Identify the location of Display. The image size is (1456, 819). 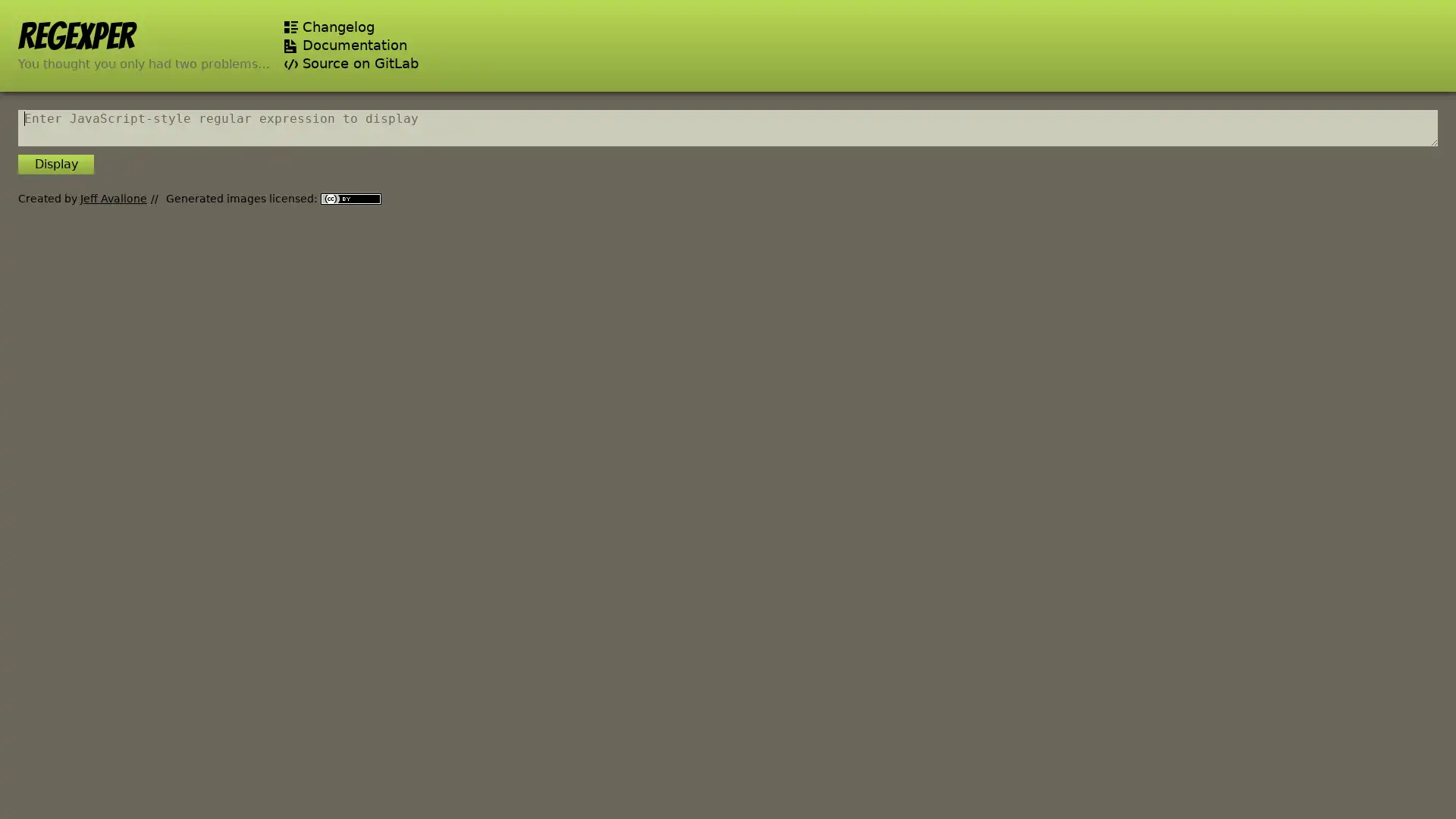
(55, 164).